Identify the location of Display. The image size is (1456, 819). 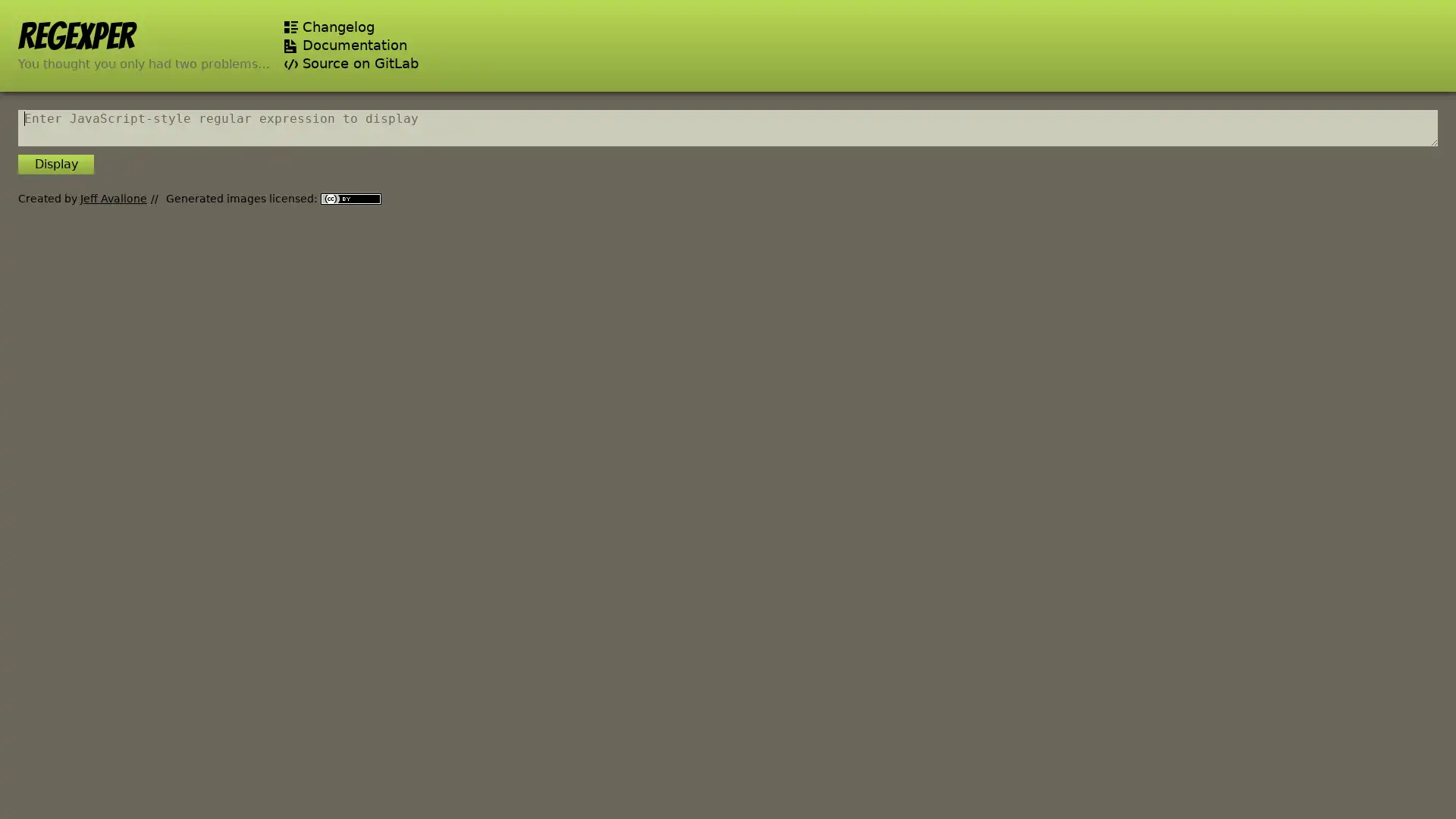
(55, 164).